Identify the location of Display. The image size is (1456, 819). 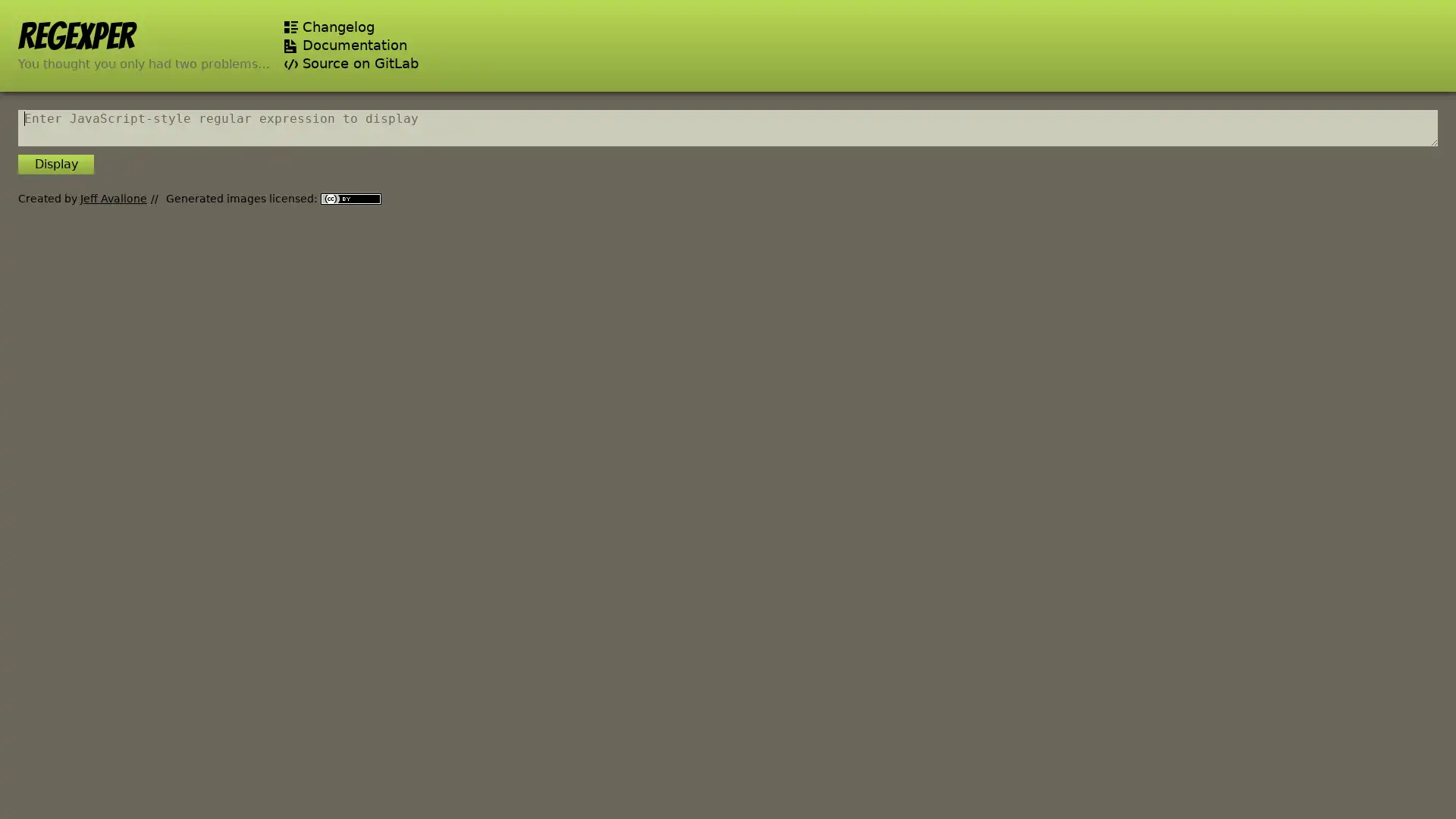
(55, 164).